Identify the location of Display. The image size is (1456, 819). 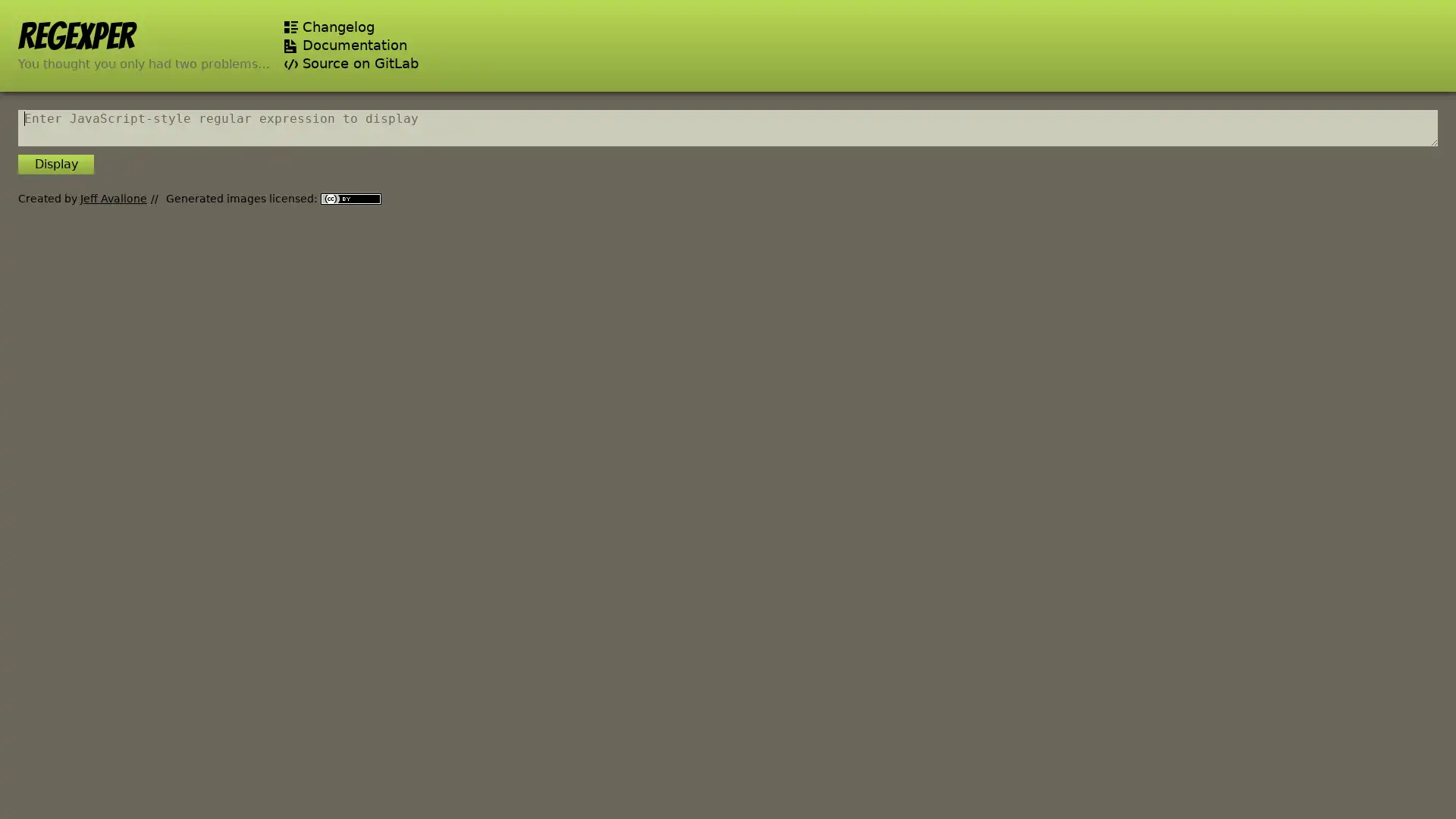
(55, 164).